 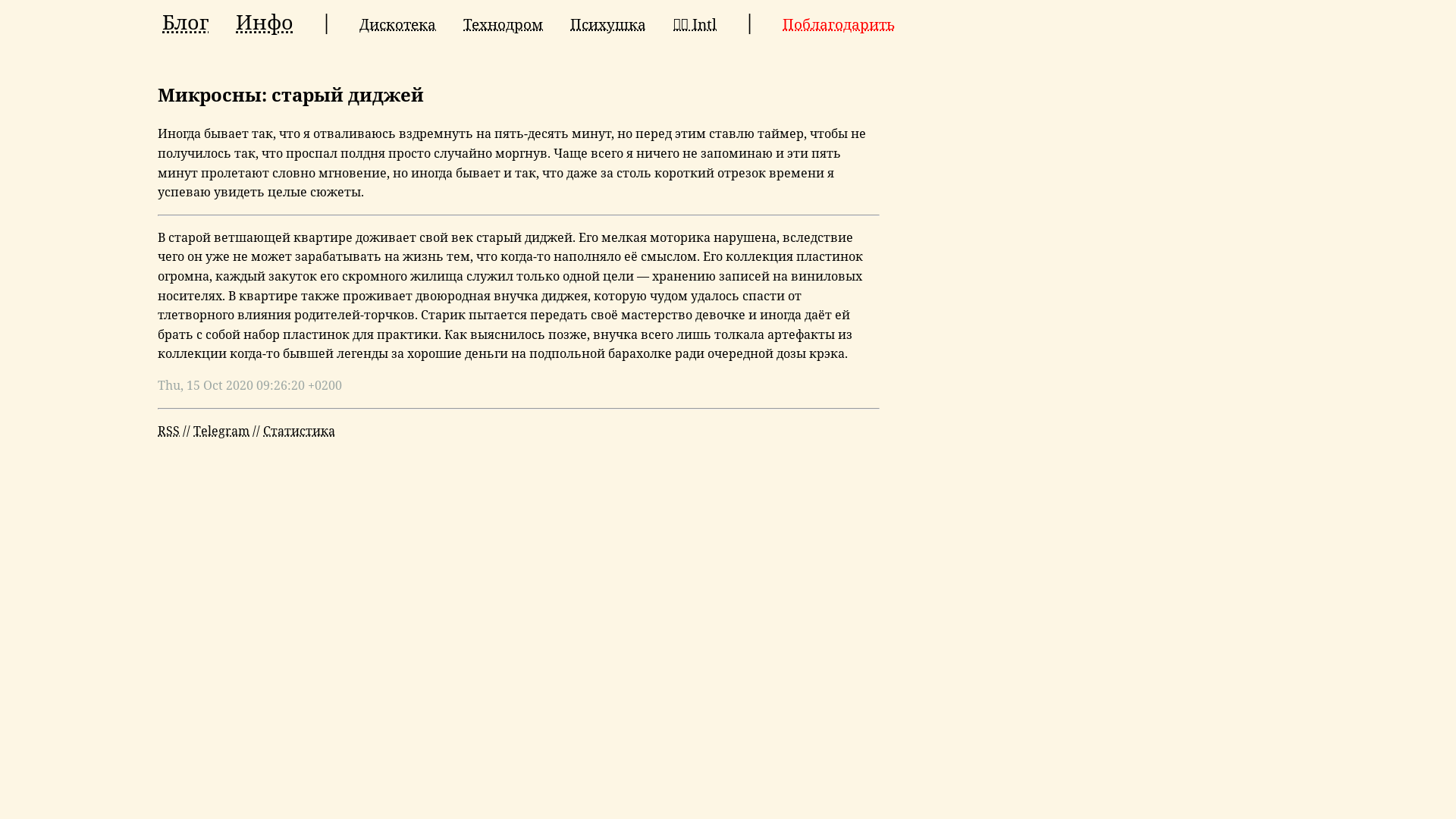 I want to click on 'RSS', so click(x=157, y=430).